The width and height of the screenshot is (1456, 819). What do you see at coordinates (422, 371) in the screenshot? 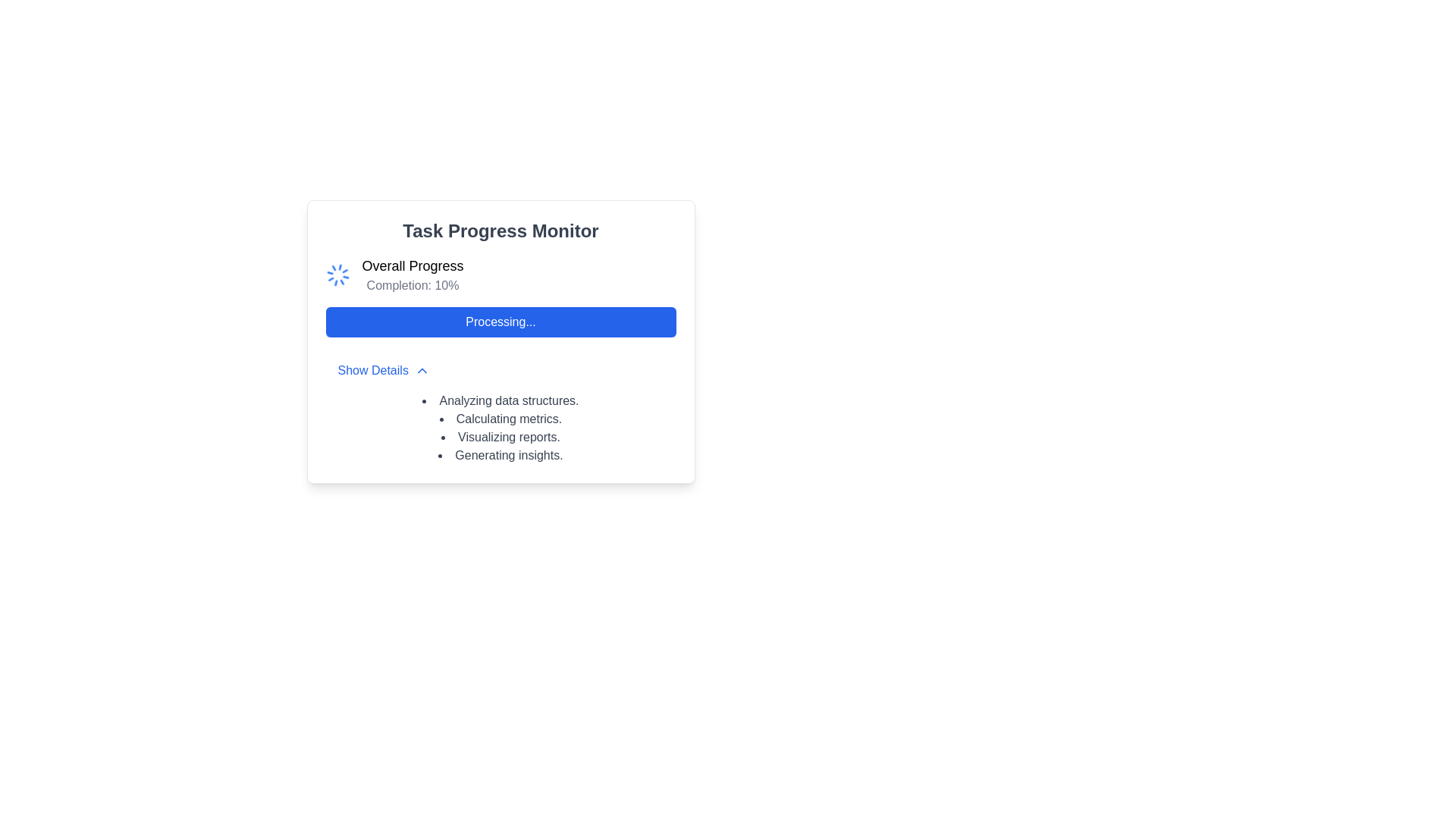
I see `the chevron icon located to the right of the 'Show Details' text` at bounding box center [422, 371].